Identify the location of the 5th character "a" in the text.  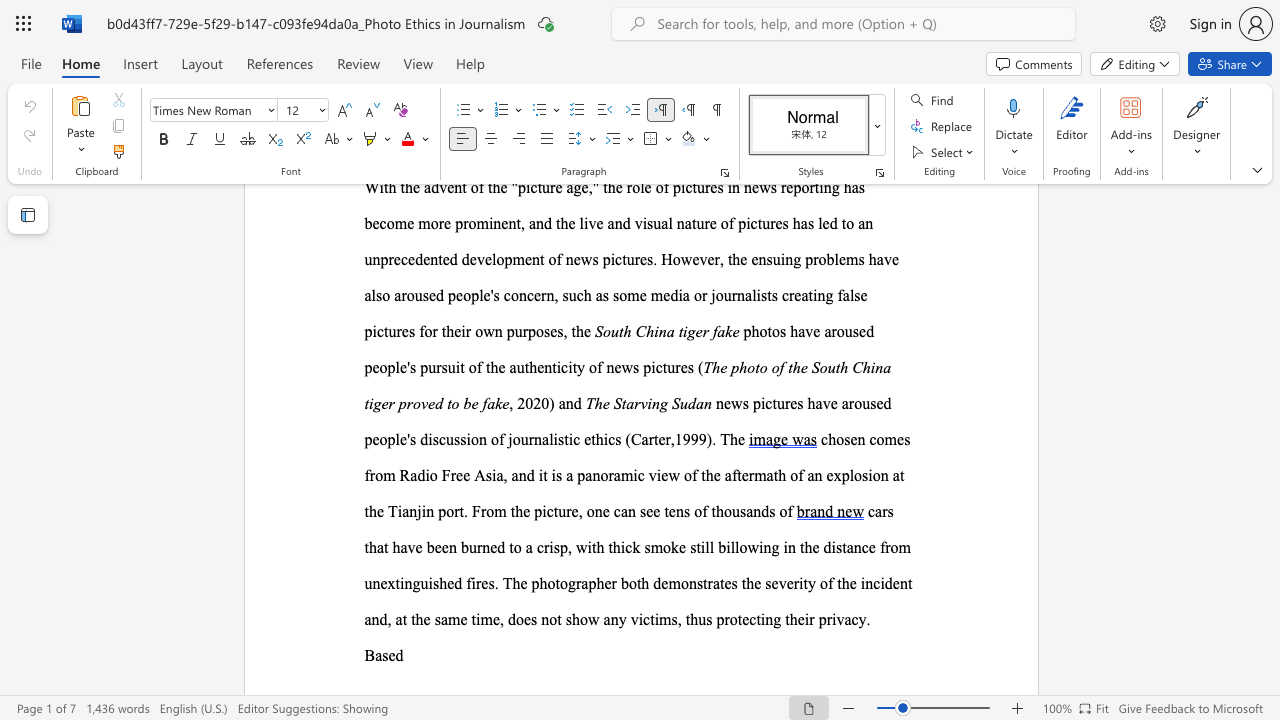
(850, 547).